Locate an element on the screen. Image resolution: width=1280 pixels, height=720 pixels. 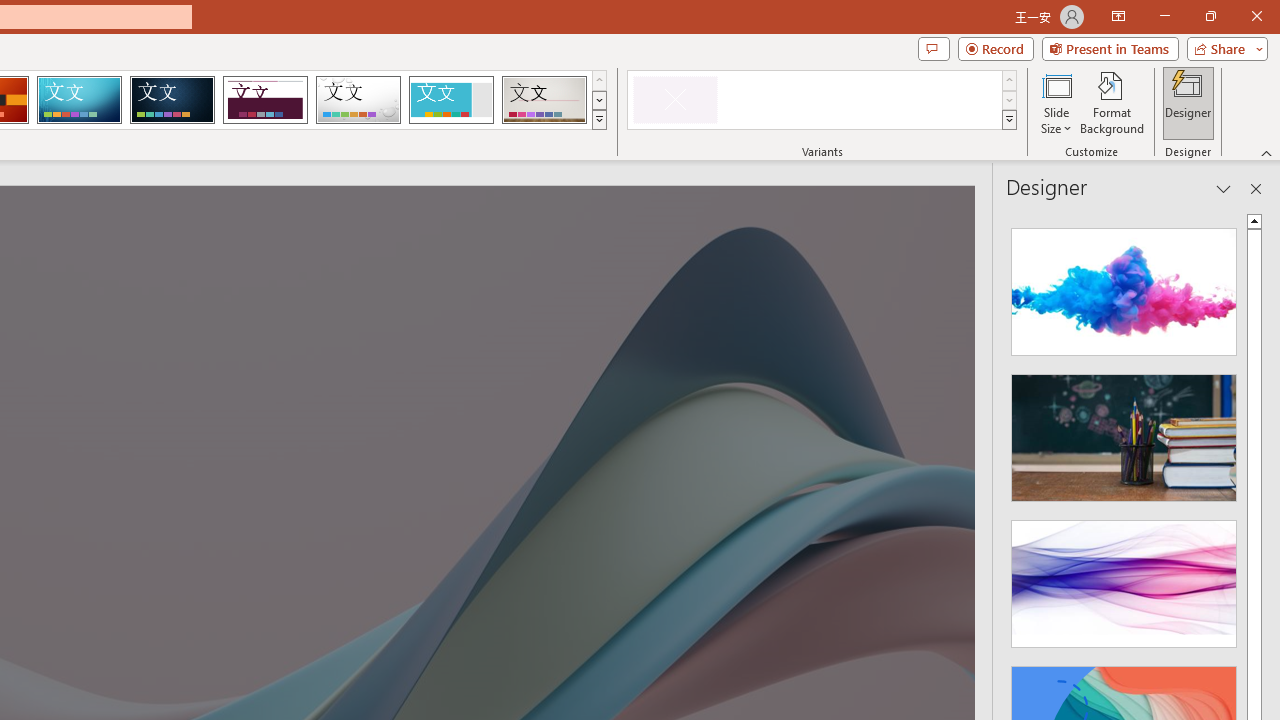
'Circuit' is located at coordinates (79, 100).